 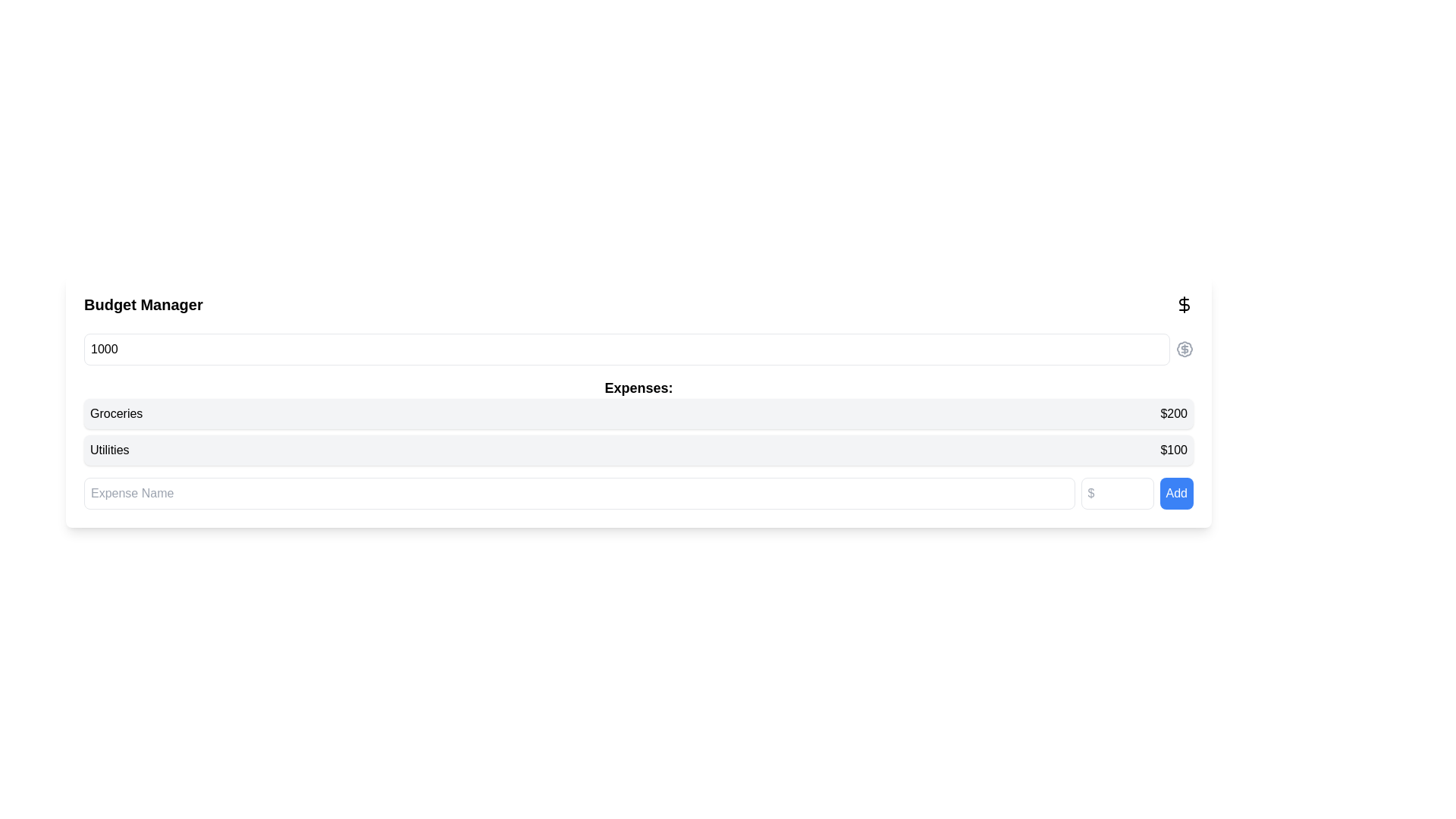 What do you see at coordinates (639, 450) in the screenshot?
I see `information displayed in the row element labeled 'Utilities' with a light gray background and showing the amount '$100', which is the second row under the 'Expenses' category` at bounding box center [639, 450].